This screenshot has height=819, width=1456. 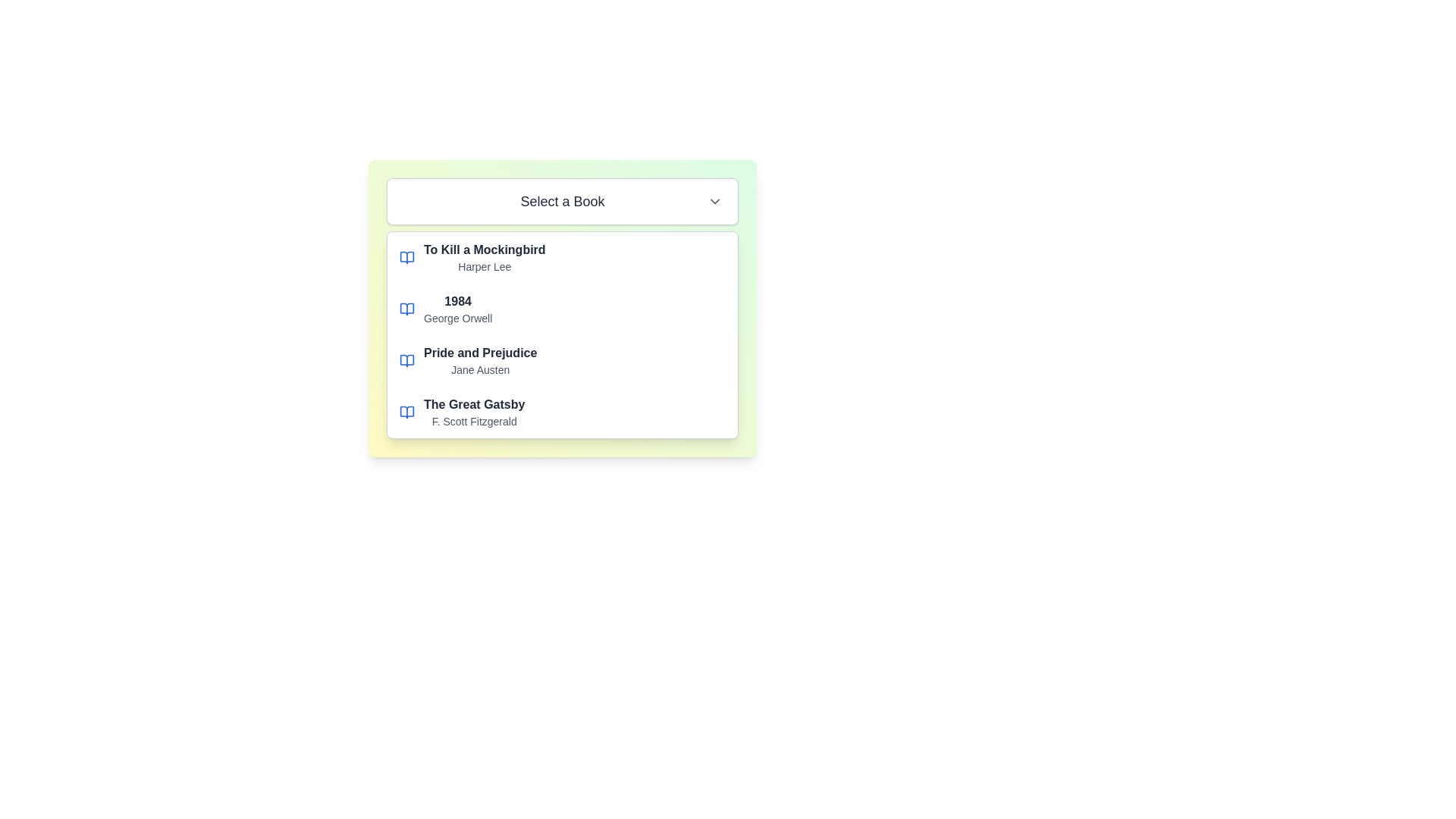 What do you see at coordinates (484, 265) in the screenshot?
I see `the static text label displaying the author's name 'Harper Lee', which is located below the book title 'To Kill a Mockingbird' in the dropdown list of books` at bounding box center [484, 265].